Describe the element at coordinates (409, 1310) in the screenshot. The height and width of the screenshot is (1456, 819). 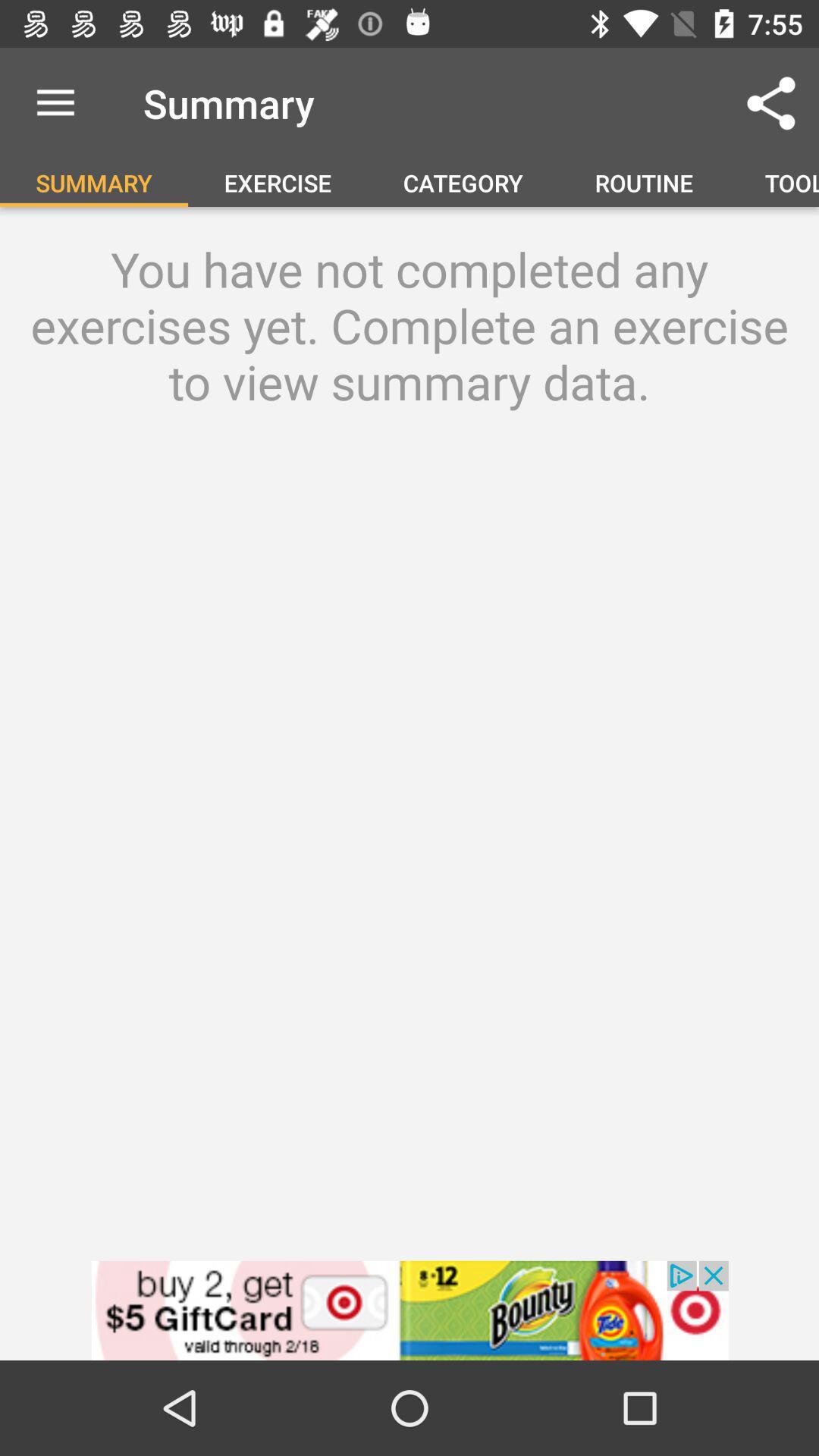
I see `open advertisement` at that location.